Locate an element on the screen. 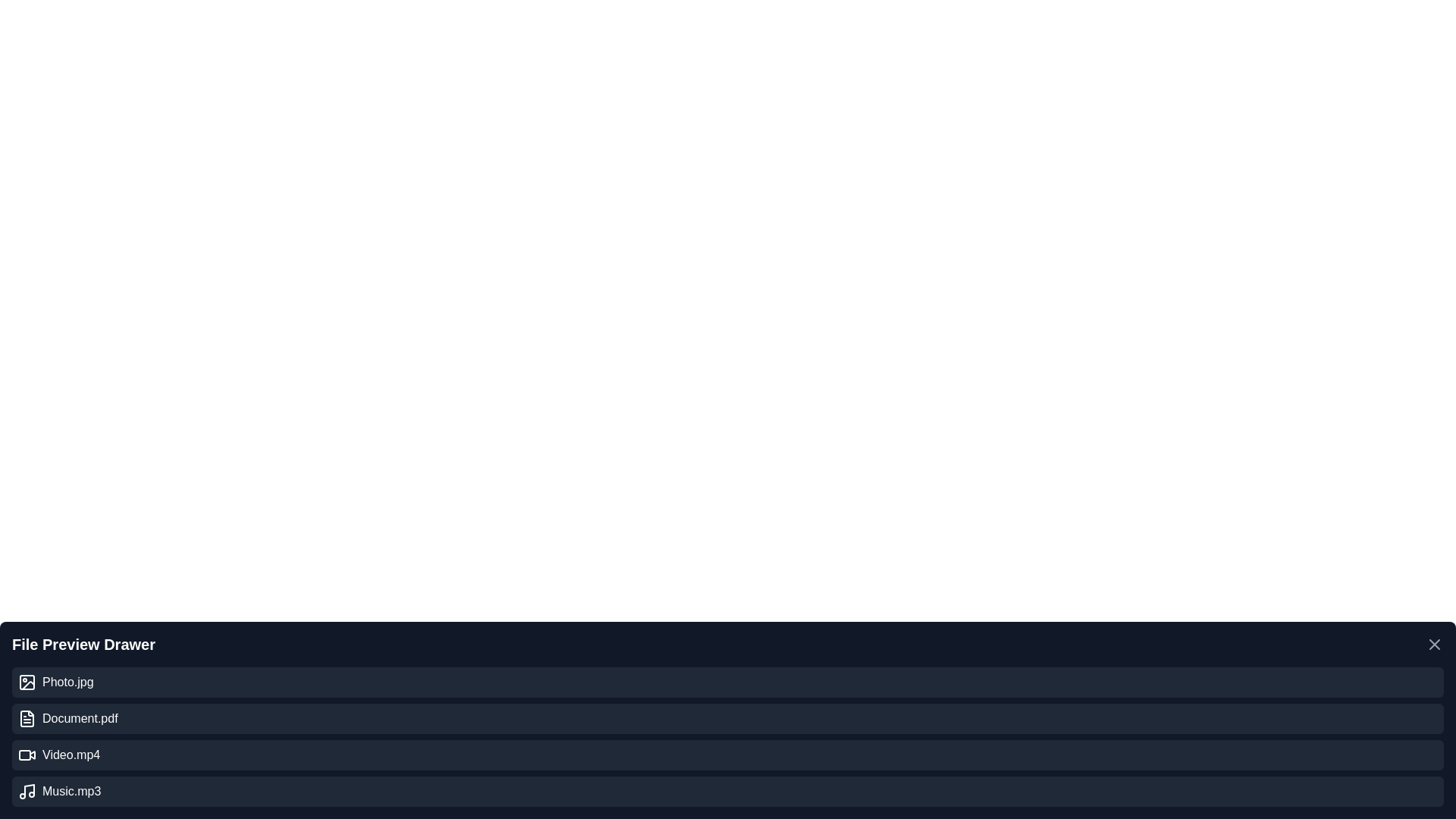 The height and width of the screenshot is (819, 1456). to select the file named 'Music.mp3' in the list within the 'File Preview Drawer' is located at coordinates (71, 791).